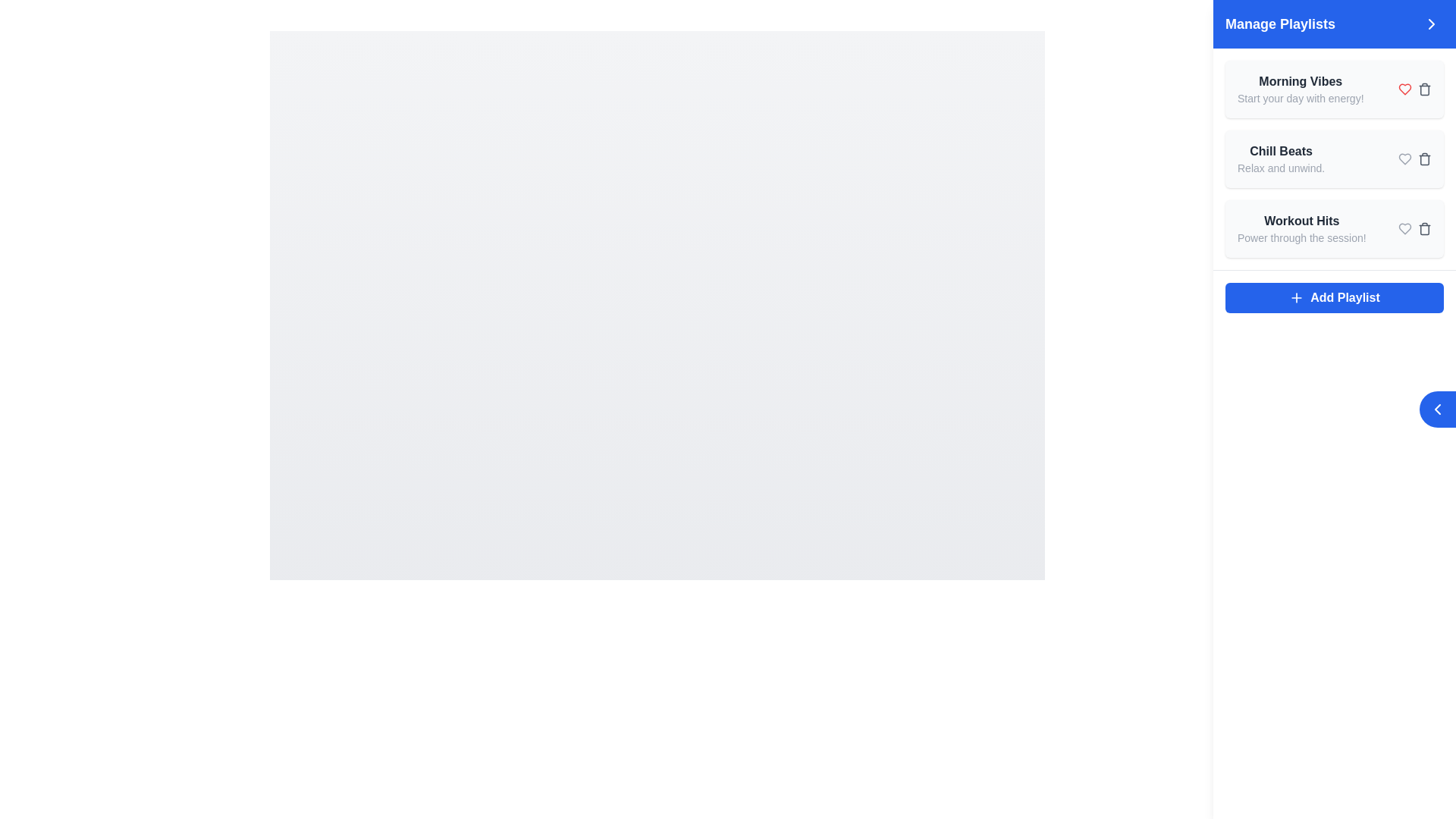 Image resolution: width=1456 pixels, height=819 pixels. What do you see at coordinates (1404, 158) in the screenshot?
I see `the heart-shaped icon to mark the playlist as a favorite, located at the top-right corner of each playlist item` at bounding box center [1404, 158].